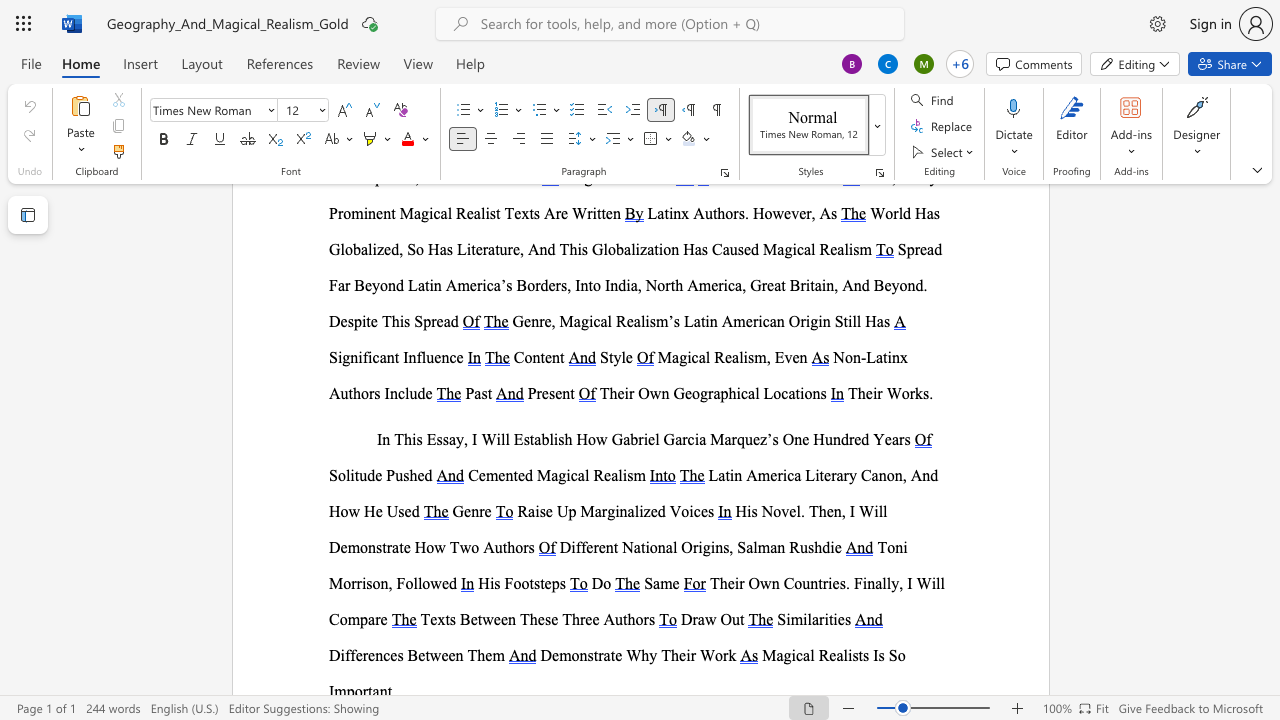  I want to click on the space between the continuous character "n" and "t" in the text, so click(512, 475).